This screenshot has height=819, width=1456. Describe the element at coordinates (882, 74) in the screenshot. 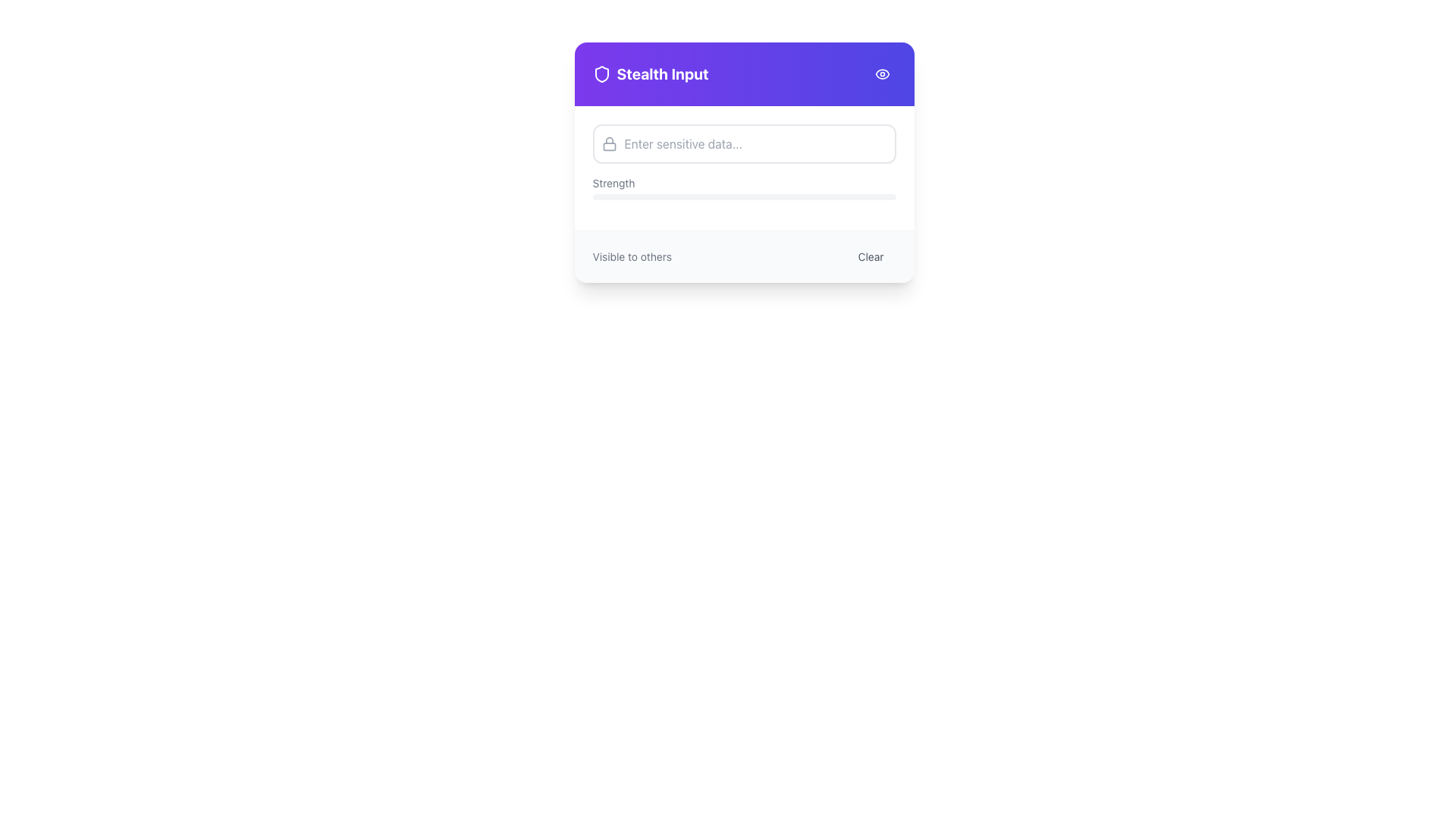

I see `the eye icon button in the upper-right section of the purple header of the 'Stealth Input' card` at that location.